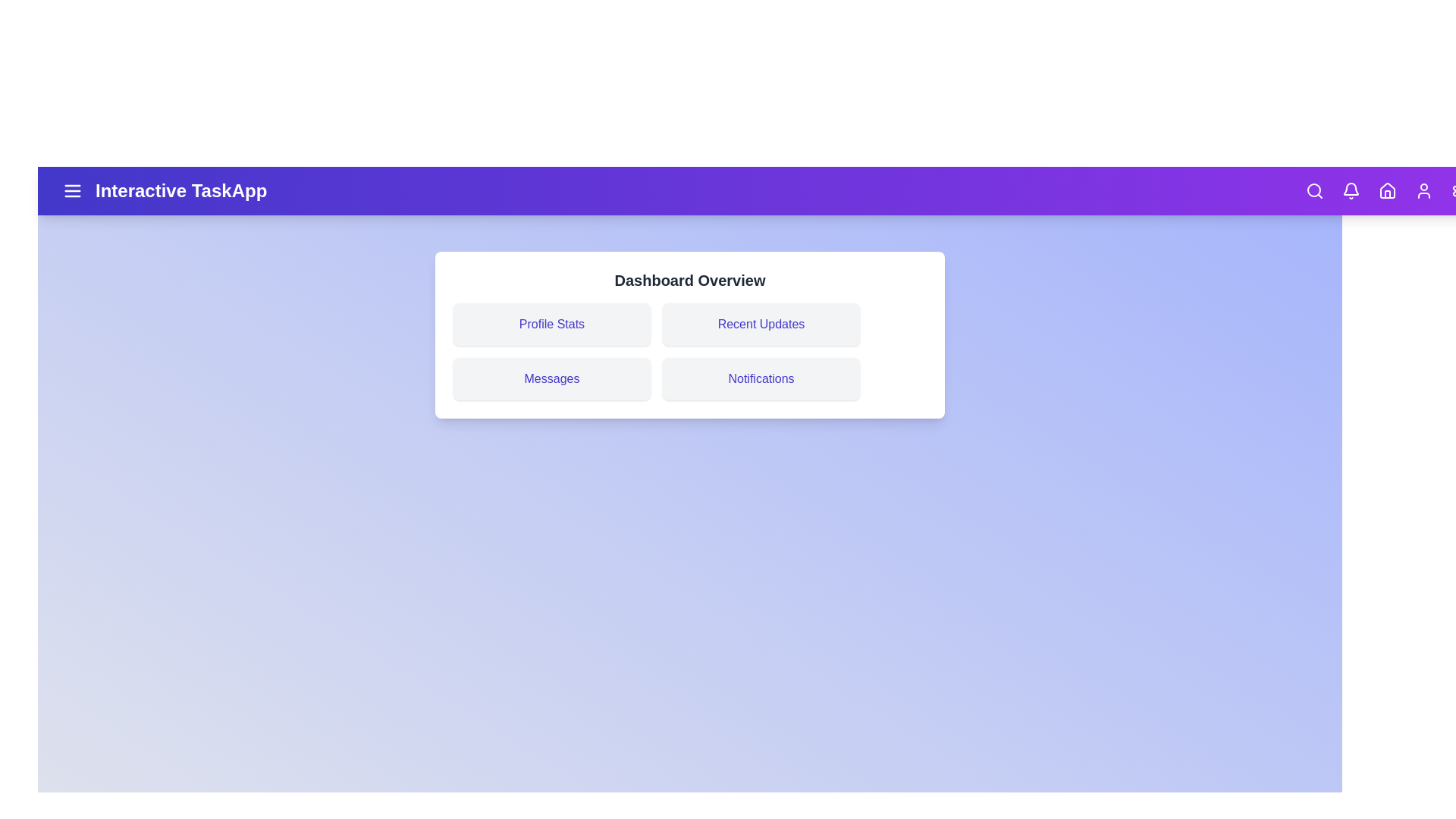  What do you see at coordinates (551, 324) in the screenshot?
I see `the 'Profile Stats' section to interact with it` at bounding box center [551, 324].